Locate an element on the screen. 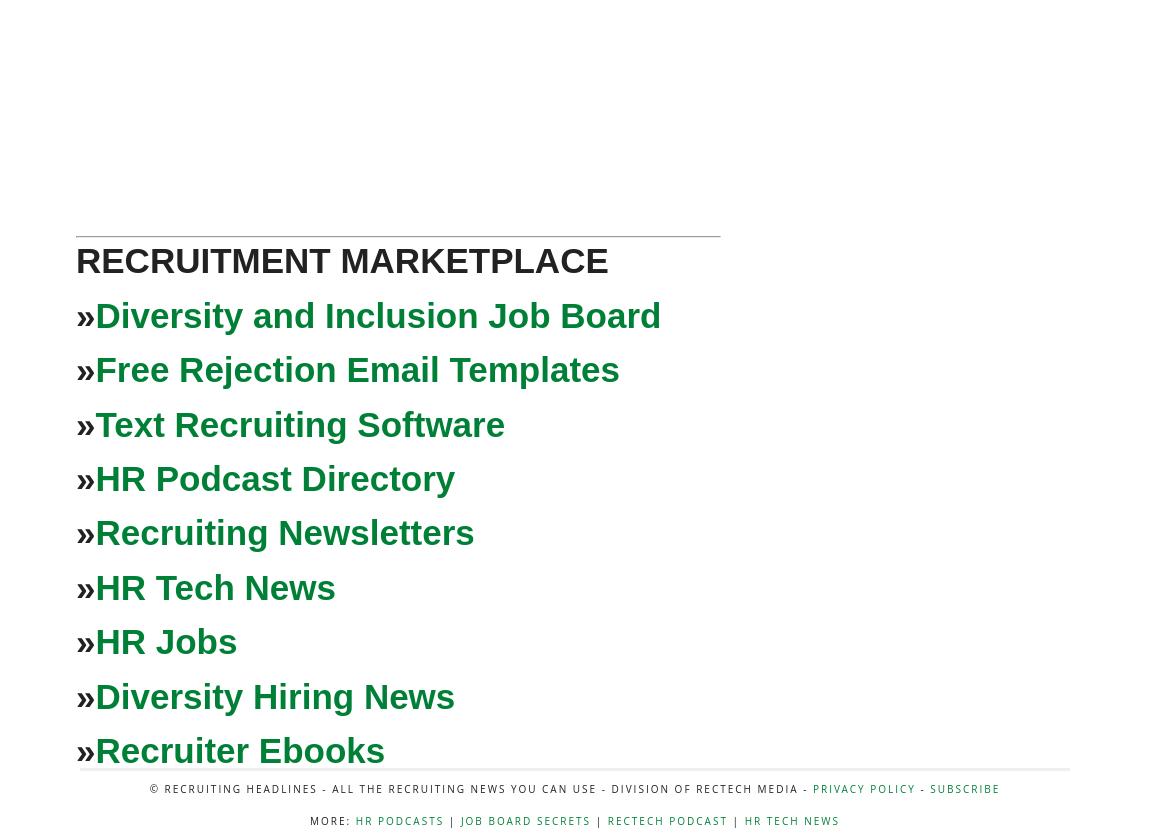 The height and width of the screenshot is (838, 1150). '© Recruiting Headlines - All the Recruiting News You Can Use - Division of RecTech Media -' is located at coordinates (480, 786).